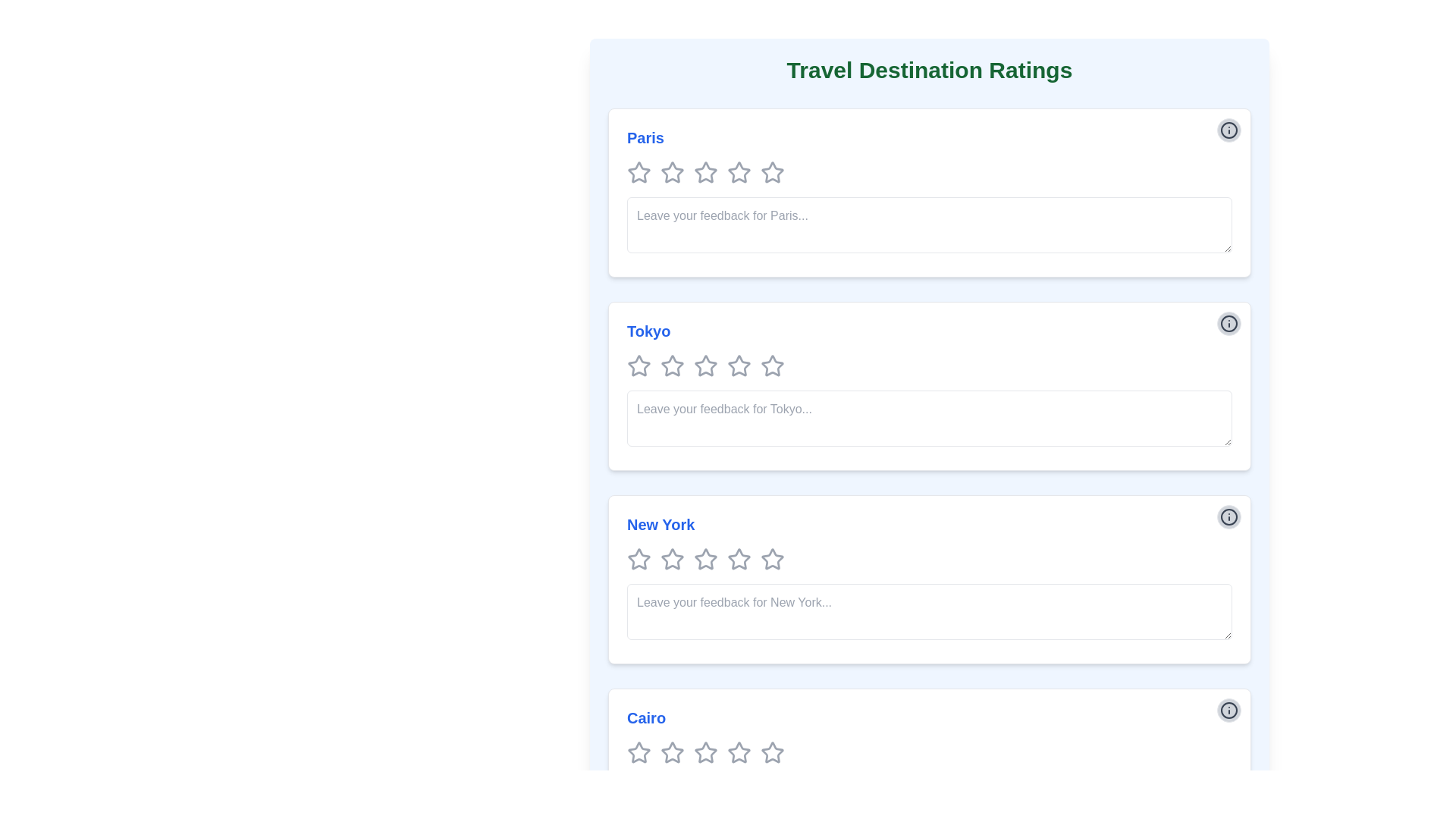 This screenshot has height=819, width=1456. What do you see at coordinates (771, 558) in the screenshot?
I see `the third star icon in the rating system under the 'New York' section` at bounding box center [771, 558].